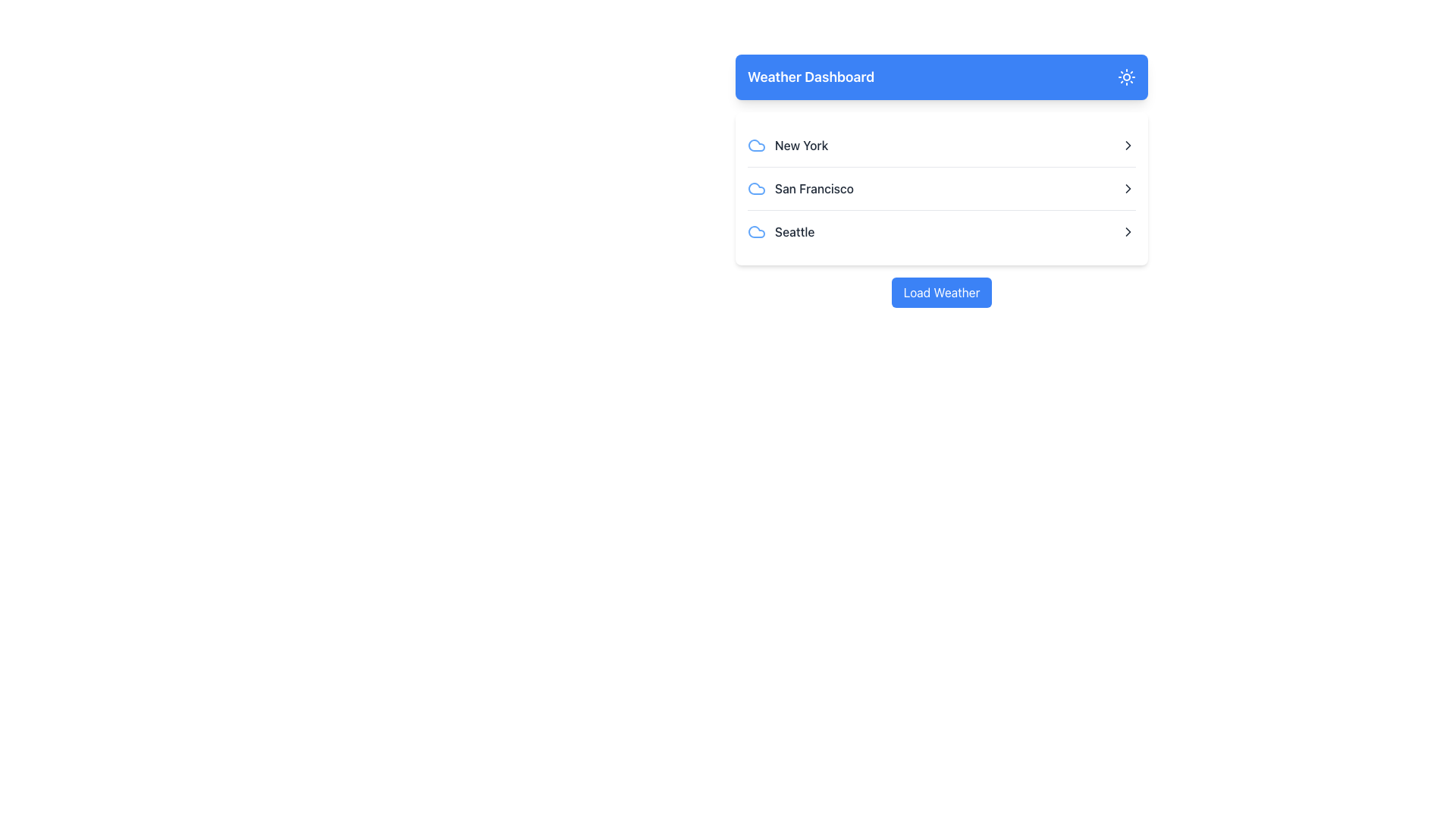 This screenshot has height=819, width=1456. What do you see at coordinates (1128, 231) in the screenshot?
I see `the right-facing chevron icon located in the rightmost part of the 'Seattle' row of the Weather Dashboard interface to proceed` at bounding box center [1128, 231].